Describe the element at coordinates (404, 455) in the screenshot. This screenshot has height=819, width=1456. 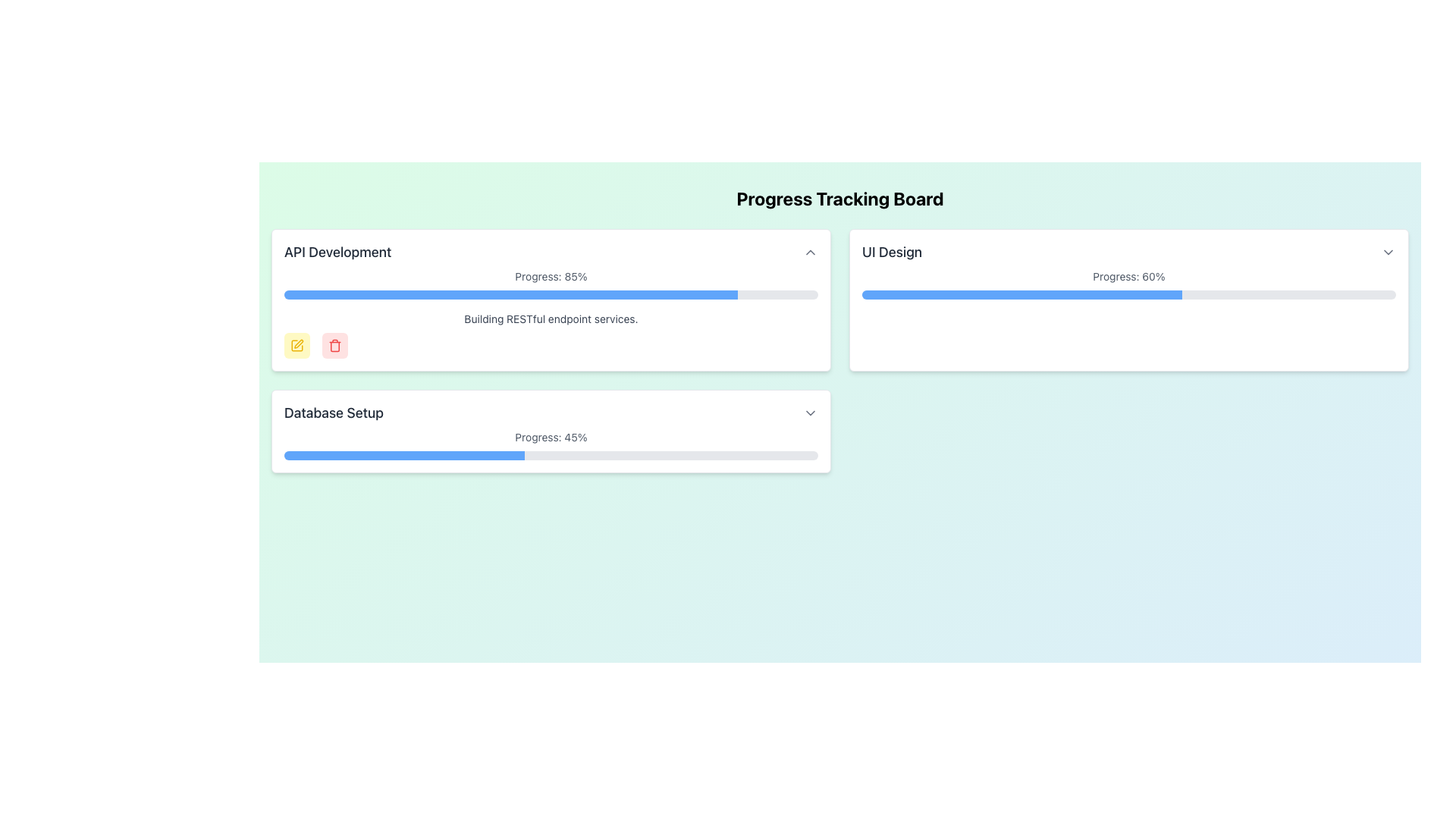
I see `the Progress indicator located in the 'Database Setup' section of the 'Progress Tracking Board' interface, which visually represents the percentage of progress for a task and is positioned centrally within the gray progress bar` at that location.